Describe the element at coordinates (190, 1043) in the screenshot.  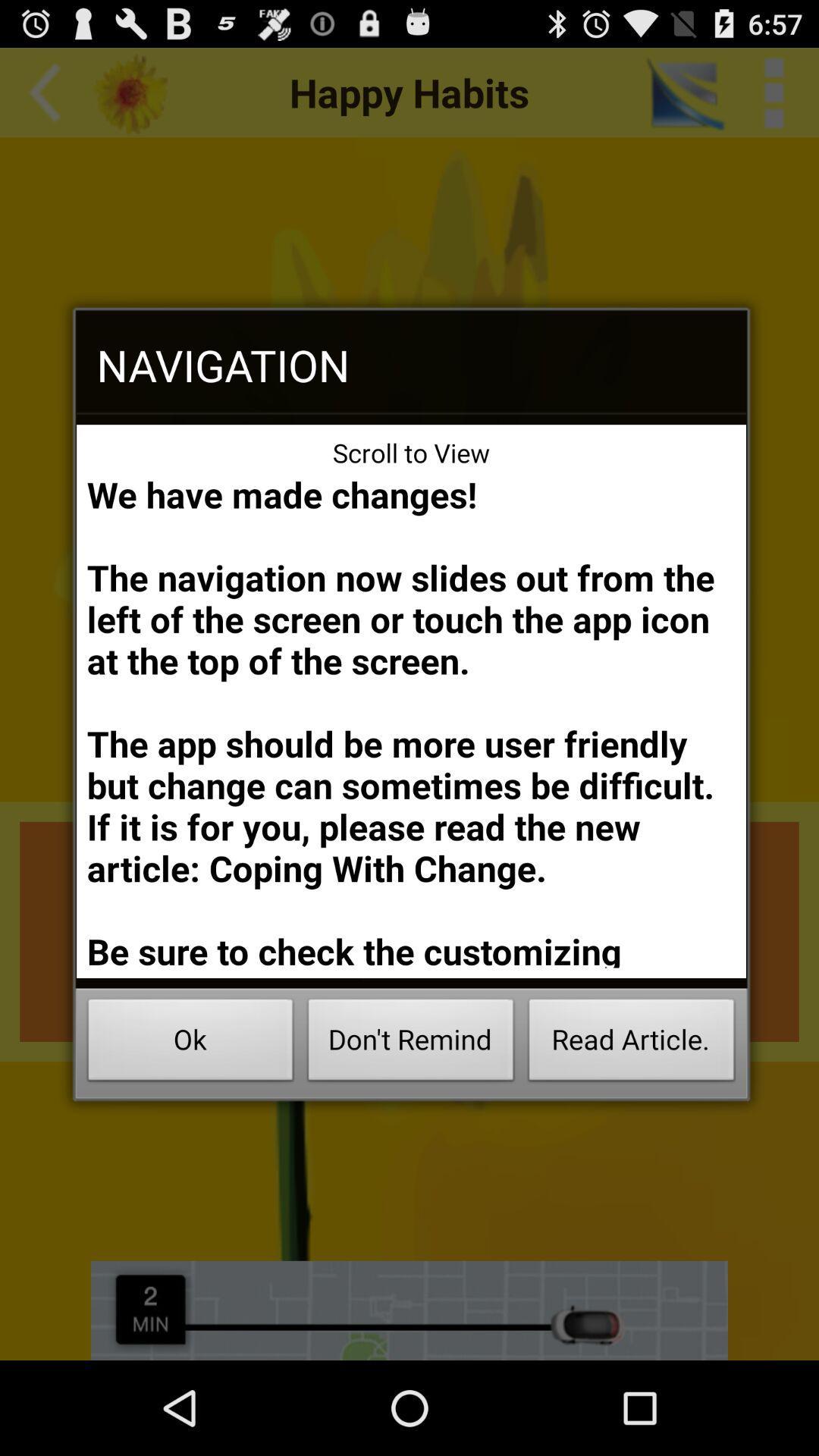
I see `ok at the bottom left corner` at that location.